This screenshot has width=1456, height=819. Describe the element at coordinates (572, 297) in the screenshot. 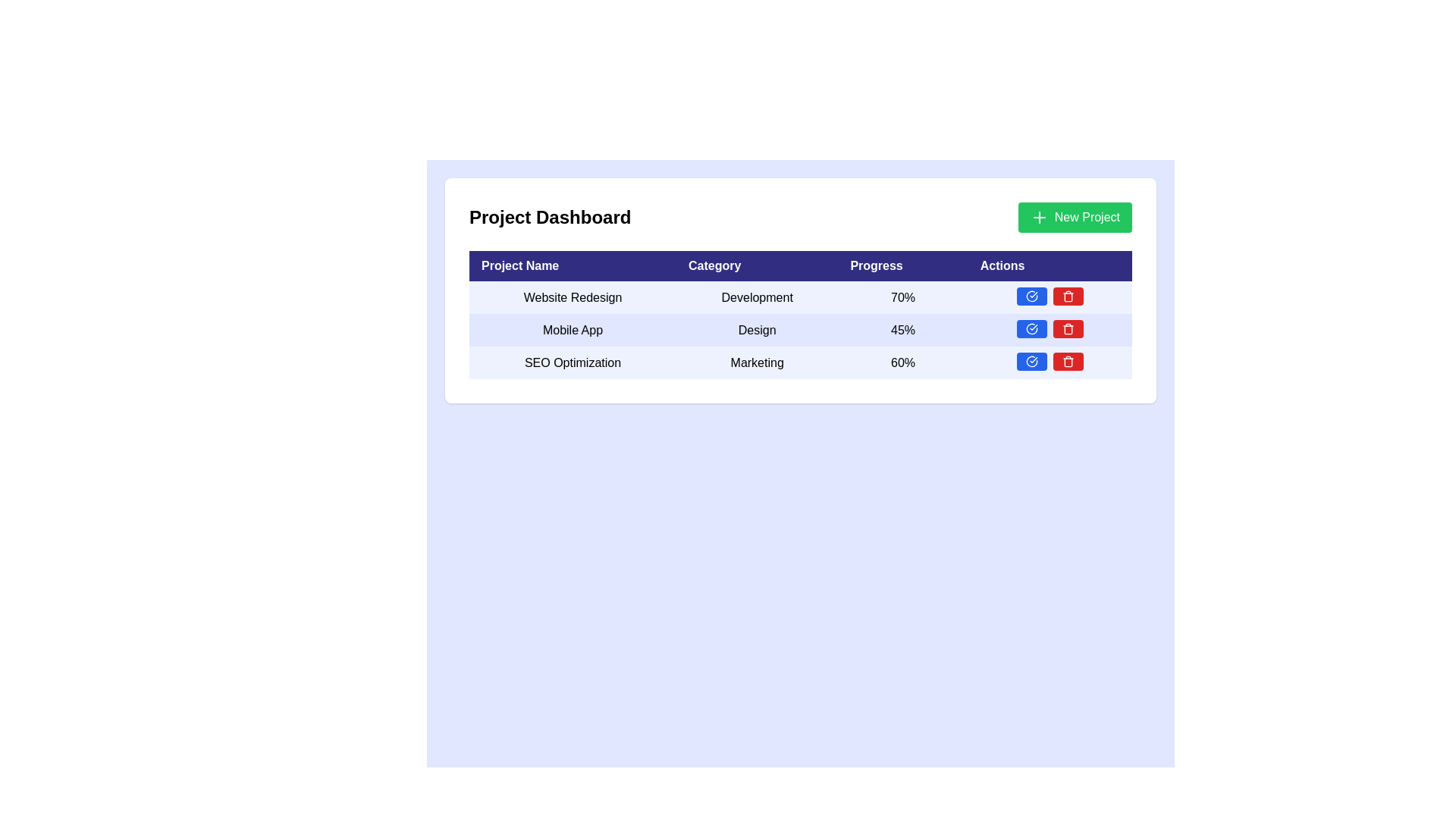

I see `the static text display that shows the project name 'Website Redesign' in the first column of the second row of the table, aligned with the 'Project Name' header` at that location.